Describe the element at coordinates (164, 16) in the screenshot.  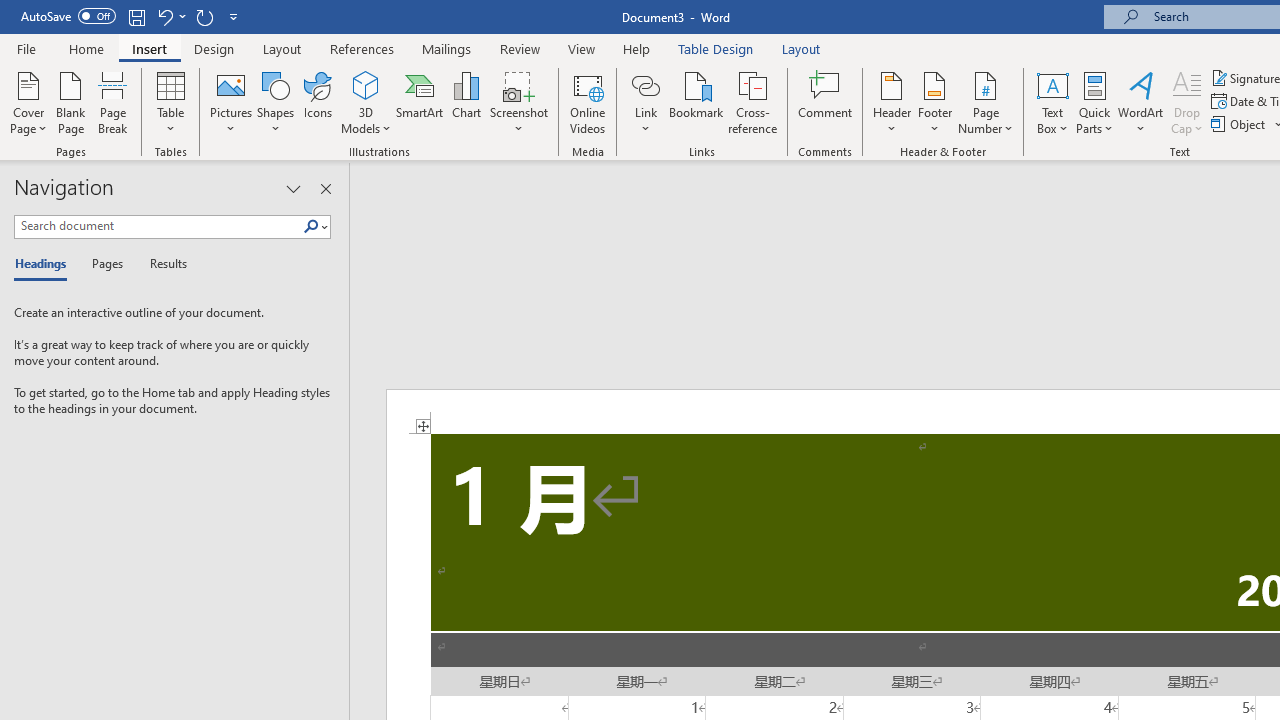
I see `'Undo Increase Indent'` at that location.